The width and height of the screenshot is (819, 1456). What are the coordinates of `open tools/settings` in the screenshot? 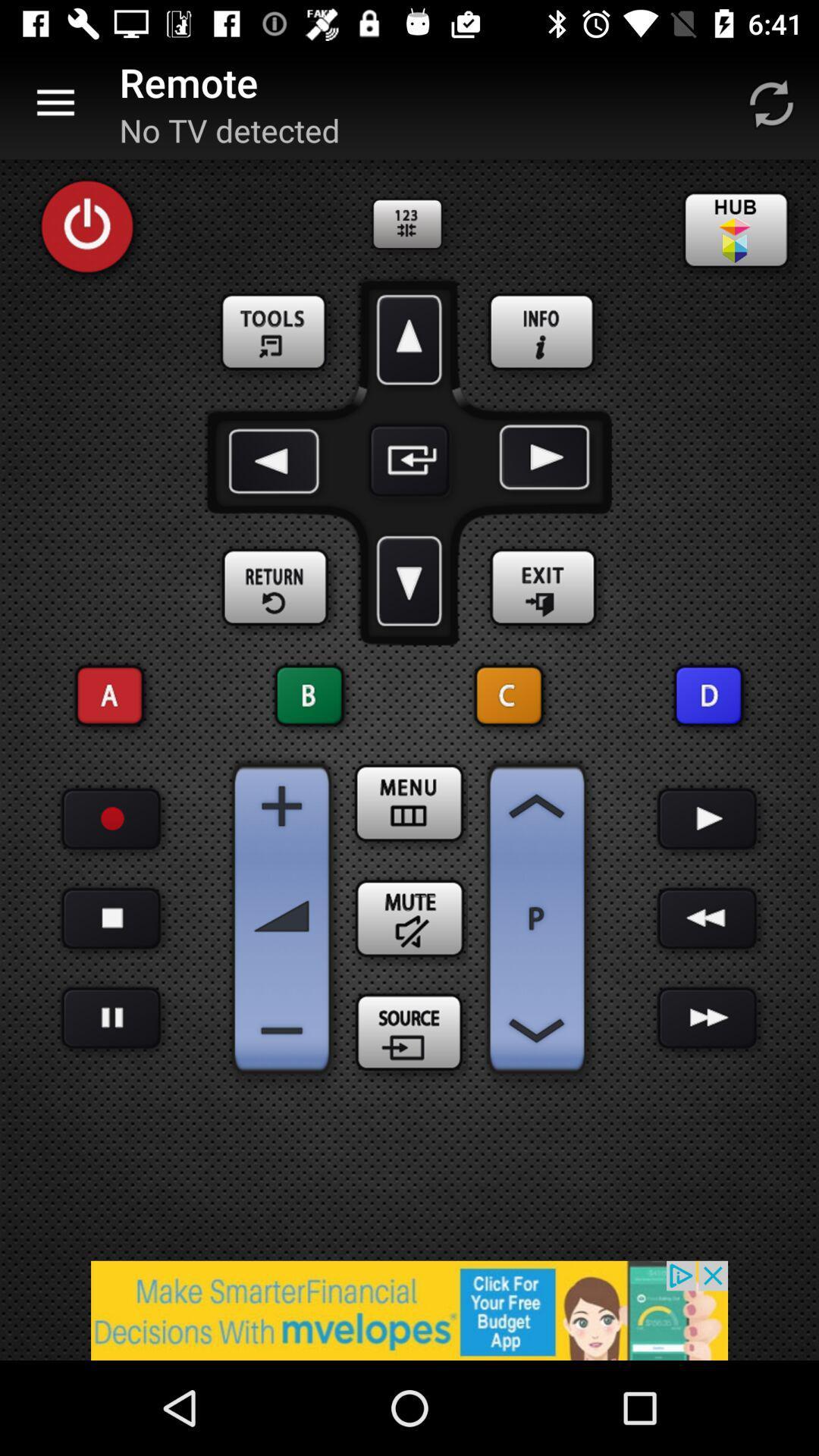 It's located at (275, 332).